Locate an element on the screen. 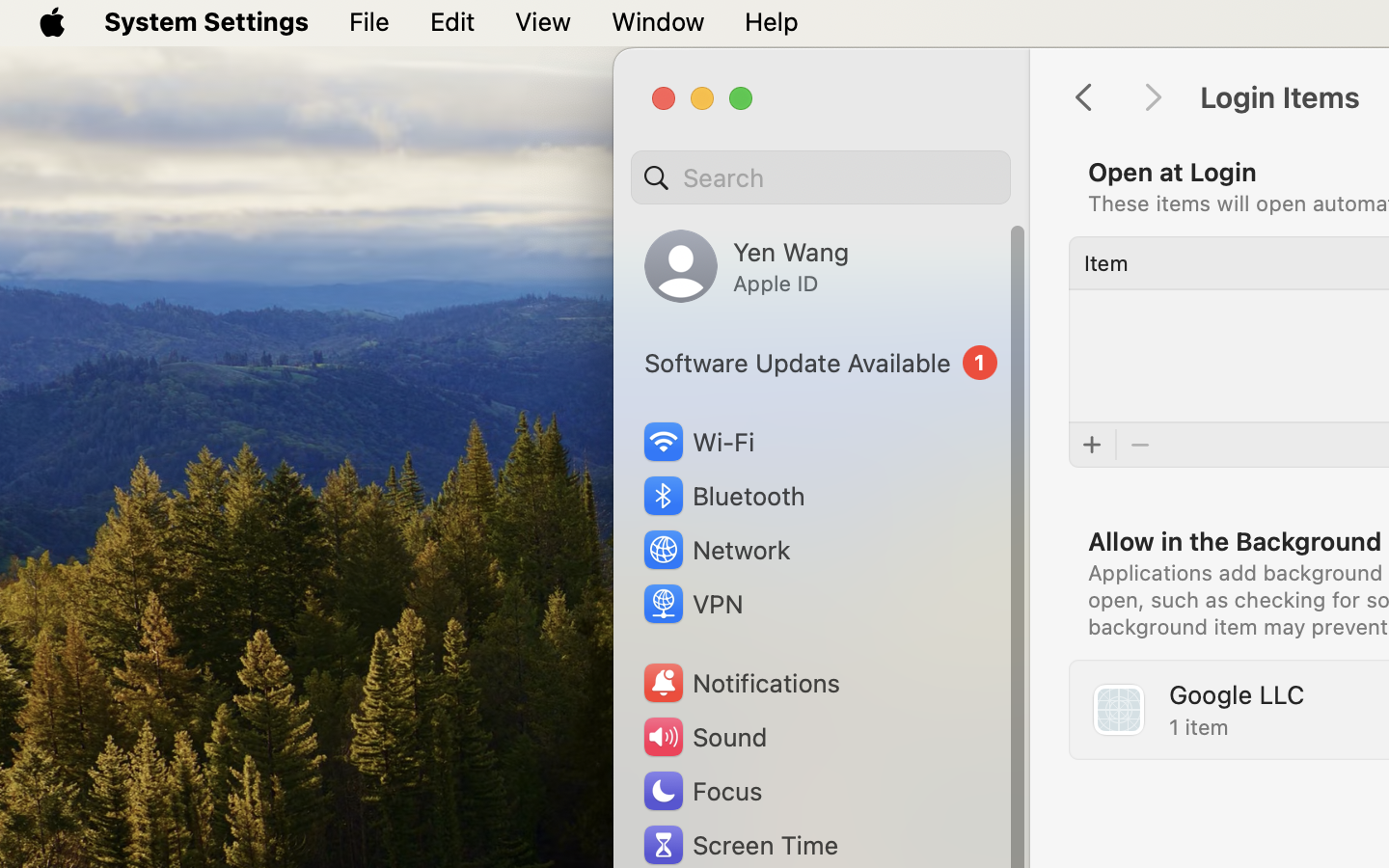 The width and height of the screenshot is (1389, 868). 'Sound' is located at coordinates (702, 736).